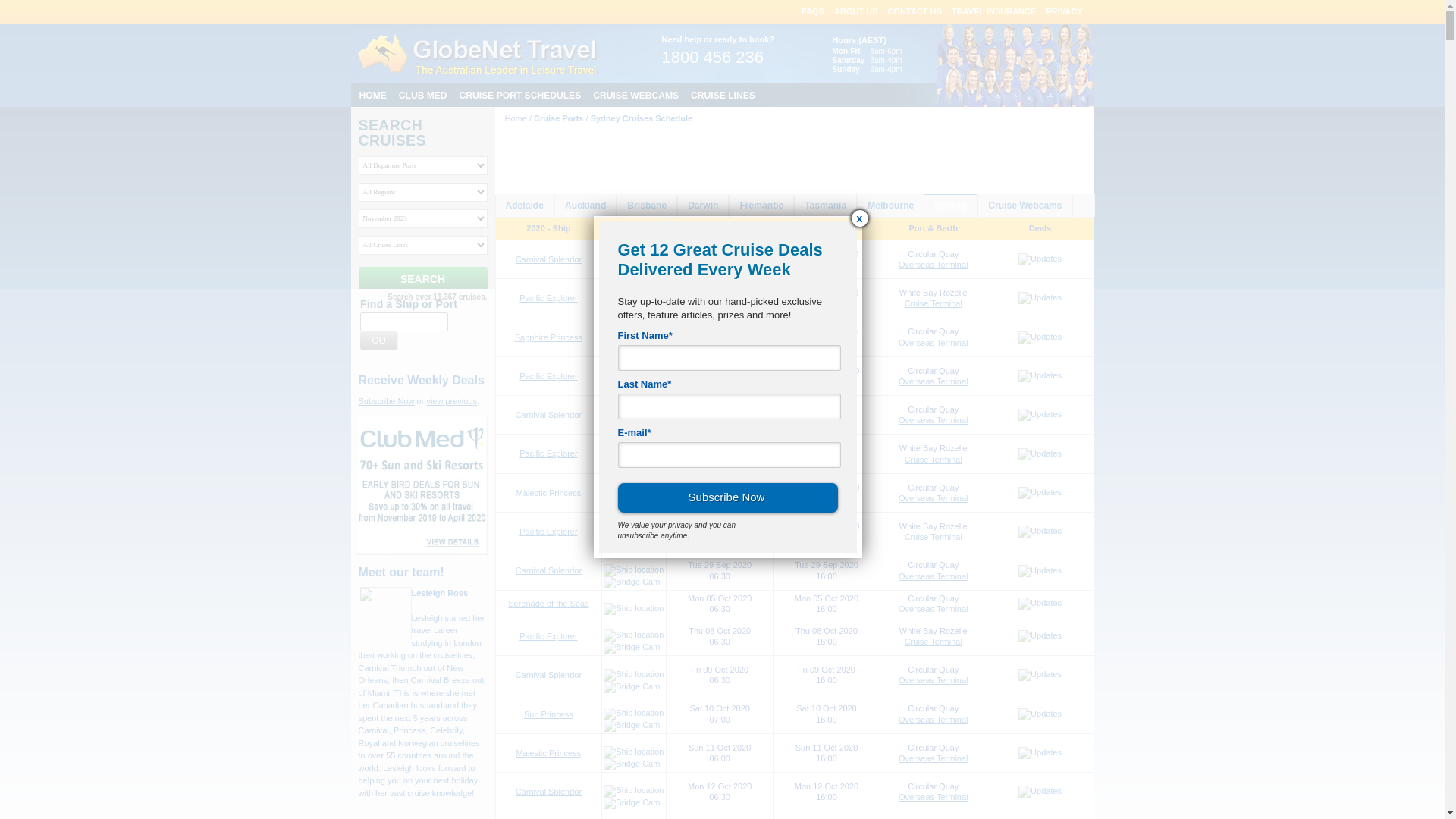  I want to click on 'Globe Net Travel', so click(476, 52).